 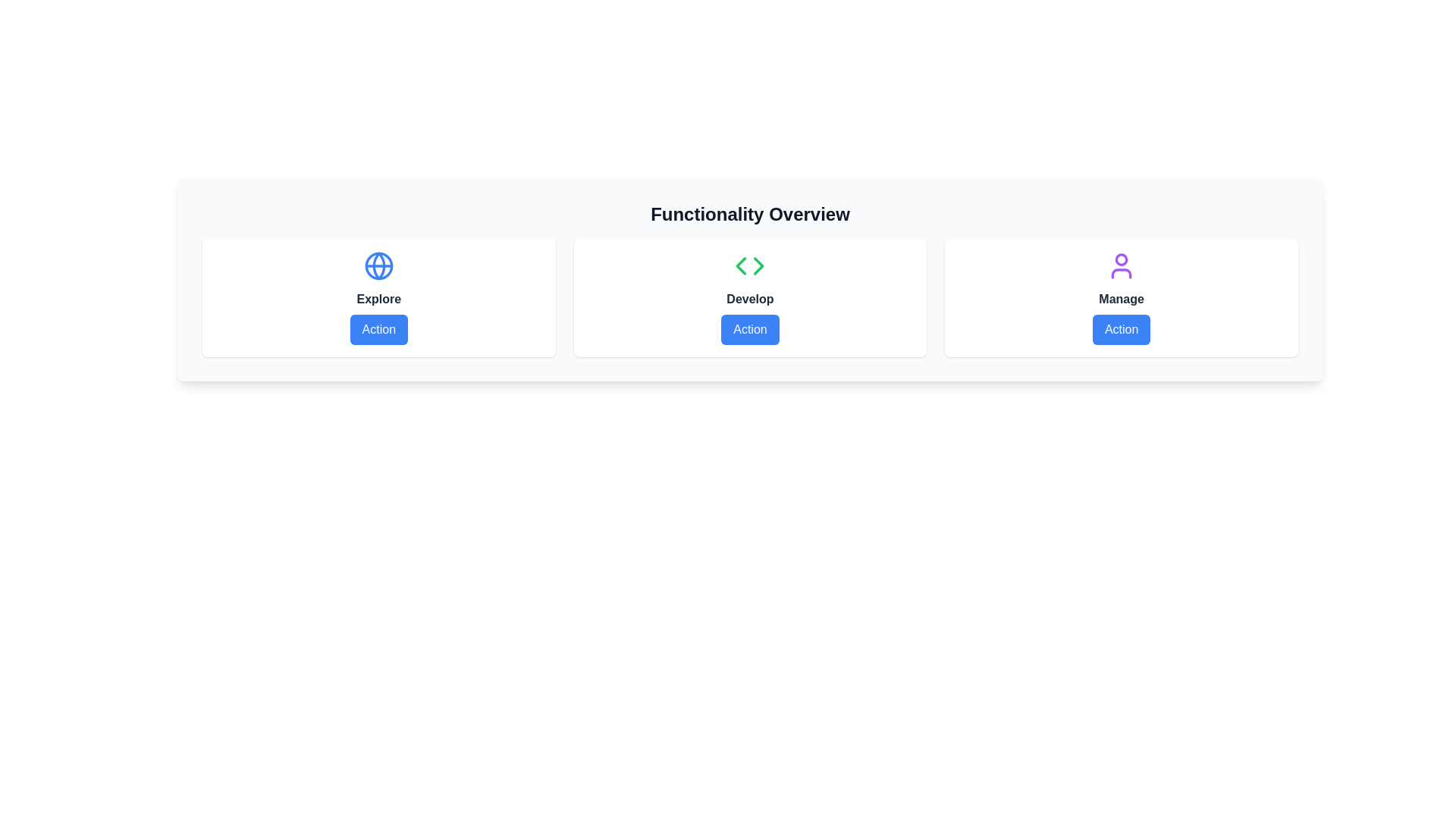 I want to click on the icon in the top section of the 'Manage' card, which is located directly above the 'Manage' label and the 'Action' button, so click(x=1122, y=265).